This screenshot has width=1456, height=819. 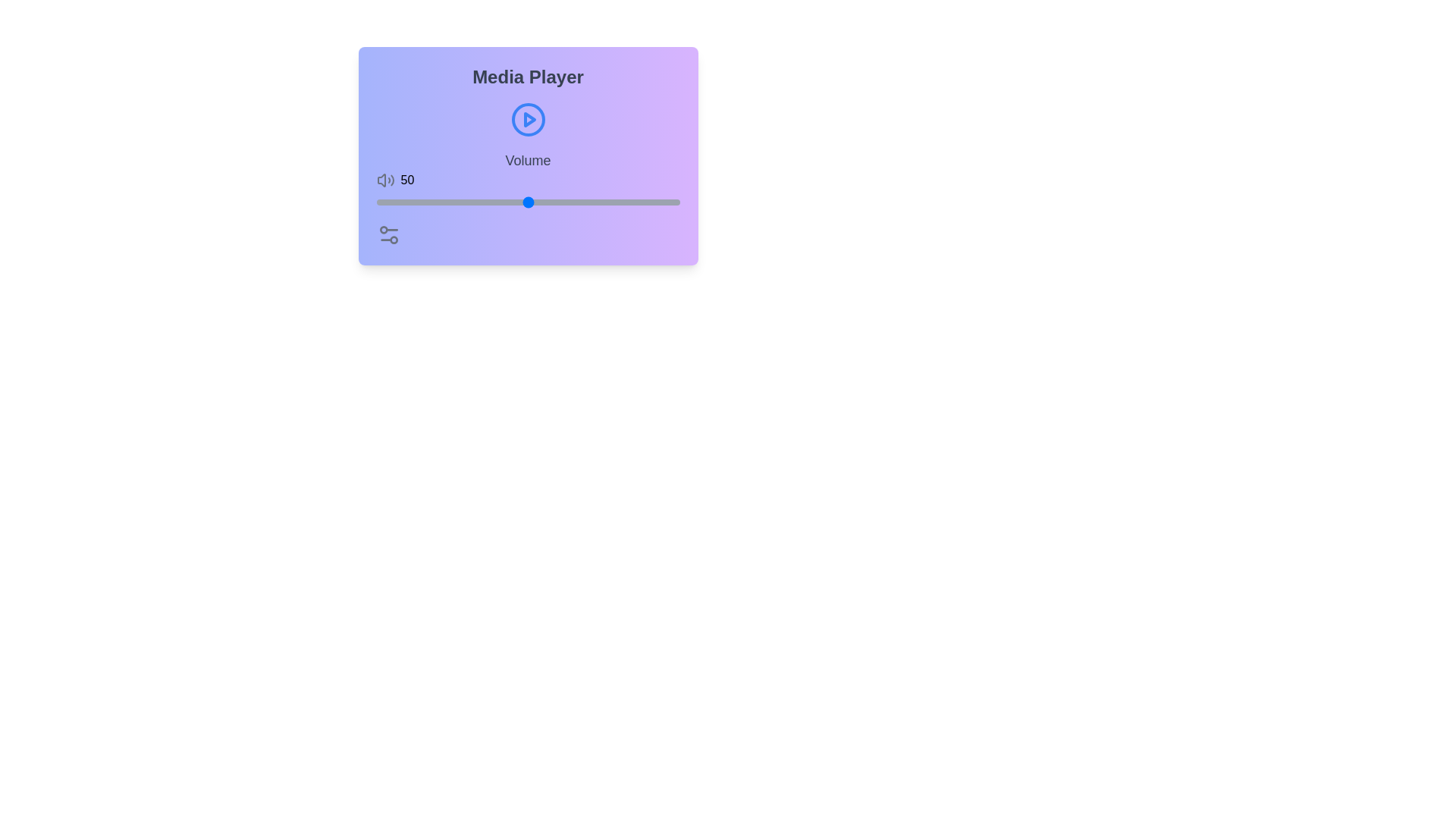 What do you see at coordinates (433, 201) in the screenshot?
I see `the volume level` at bounding box center [433, 201].